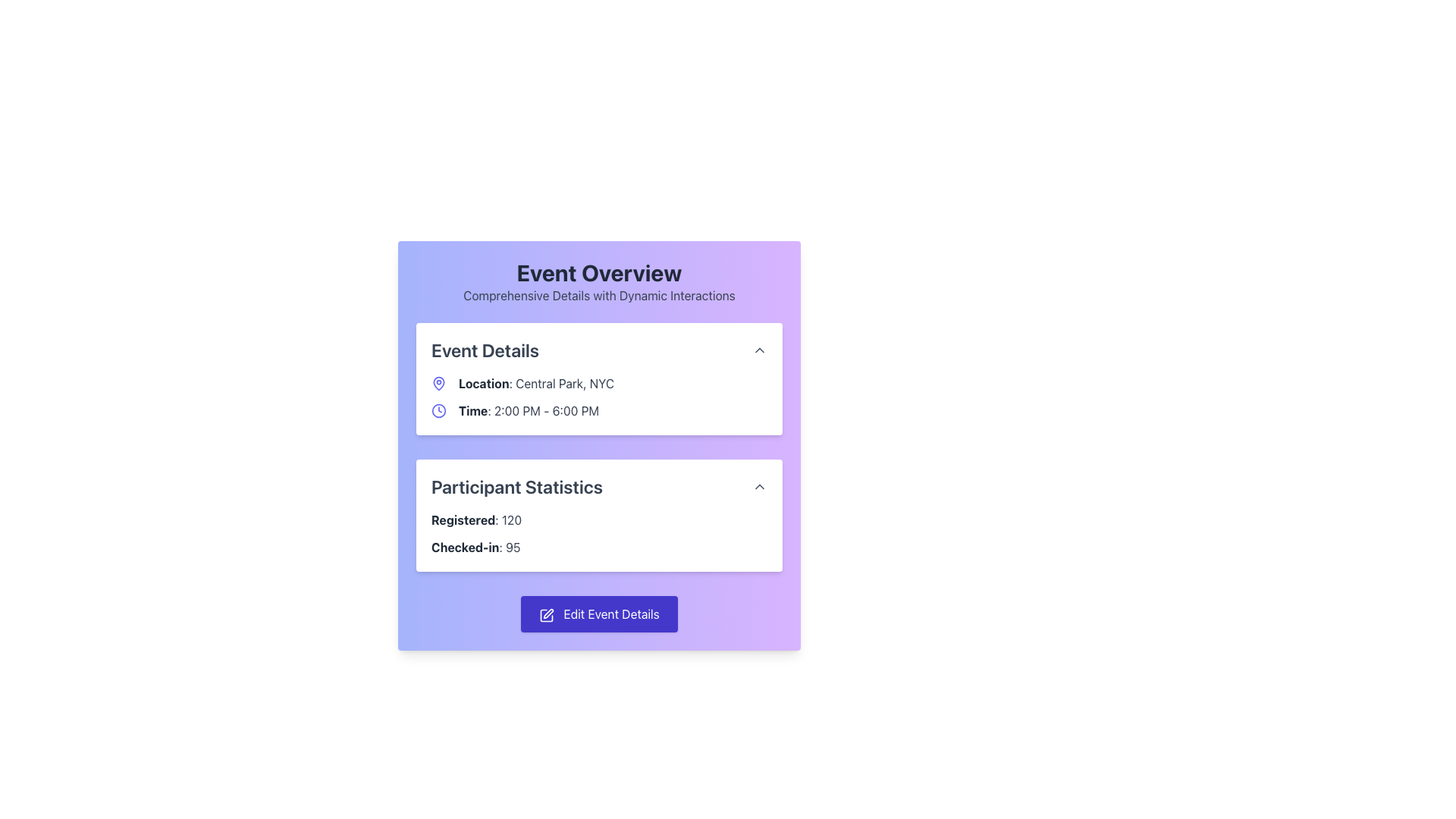 The image size is (1456, 819). What do you see at coordinates (598, 382) in the screenshot?
I see `the Text Label with Icon located in the 'Event Details' section, positioned above the 'Time' detail and below the 'Event Details' heading` at bounding box center [598, 382].